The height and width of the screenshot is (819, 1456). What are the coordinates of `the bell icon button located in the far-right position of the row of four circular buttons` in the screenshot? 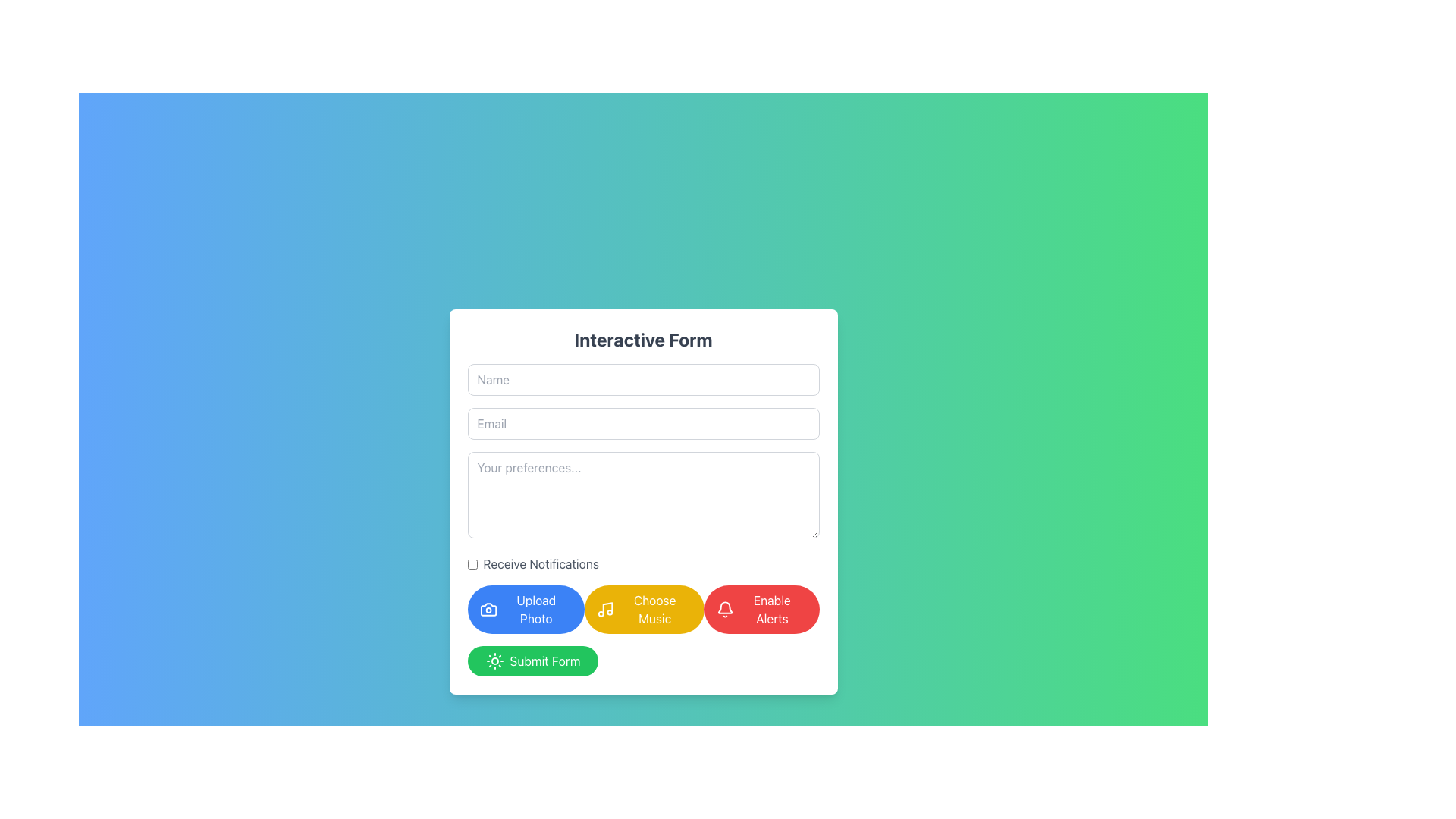 It's located at (724, 607).